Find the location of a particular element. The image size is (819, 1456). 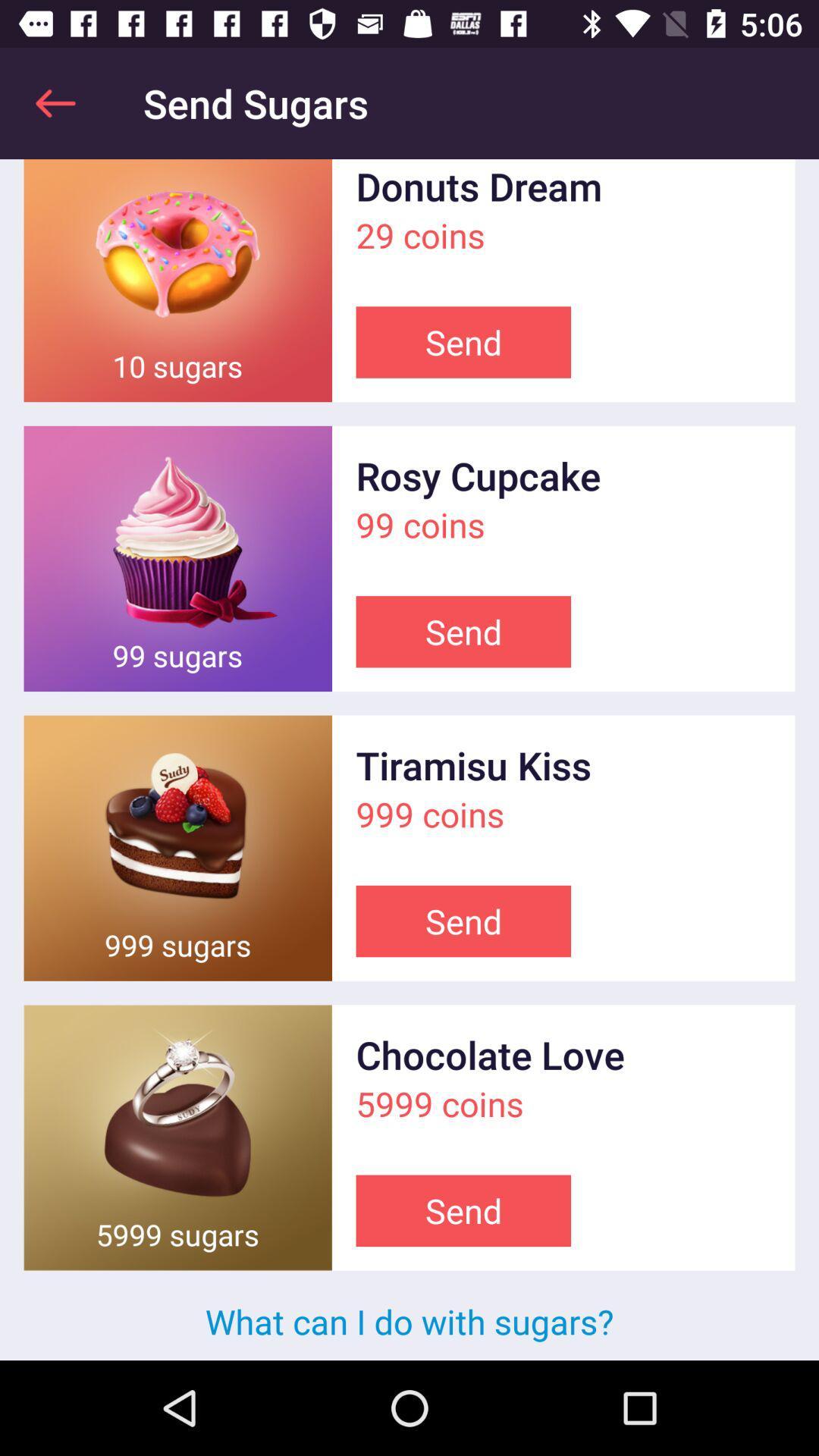

maximize the picture is located at coordinates (177, 1137).